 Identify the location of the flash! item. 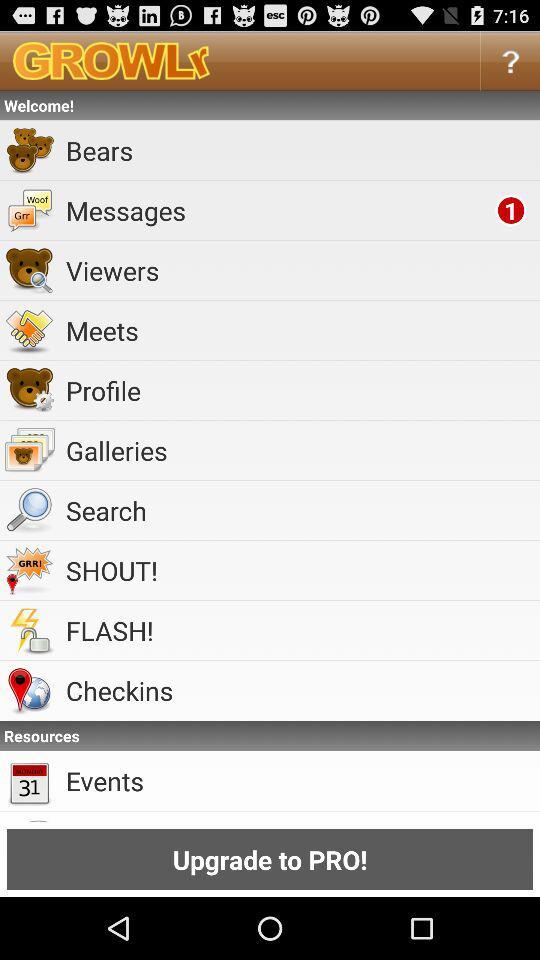
(298, 629).